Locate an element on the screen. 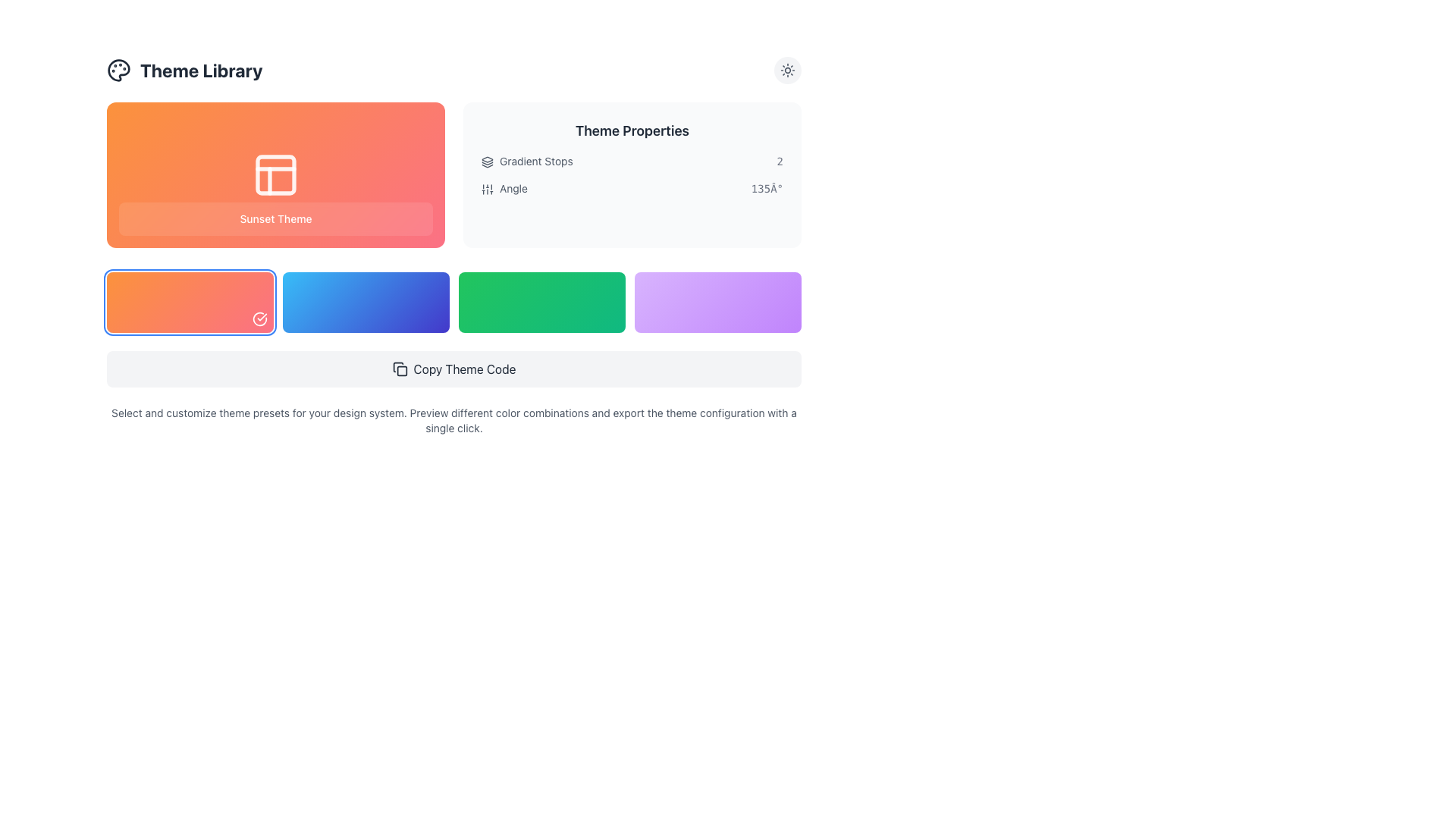 This screenshot has height=819, width=1456. the third interactive card is located at coordinates (542, 302).